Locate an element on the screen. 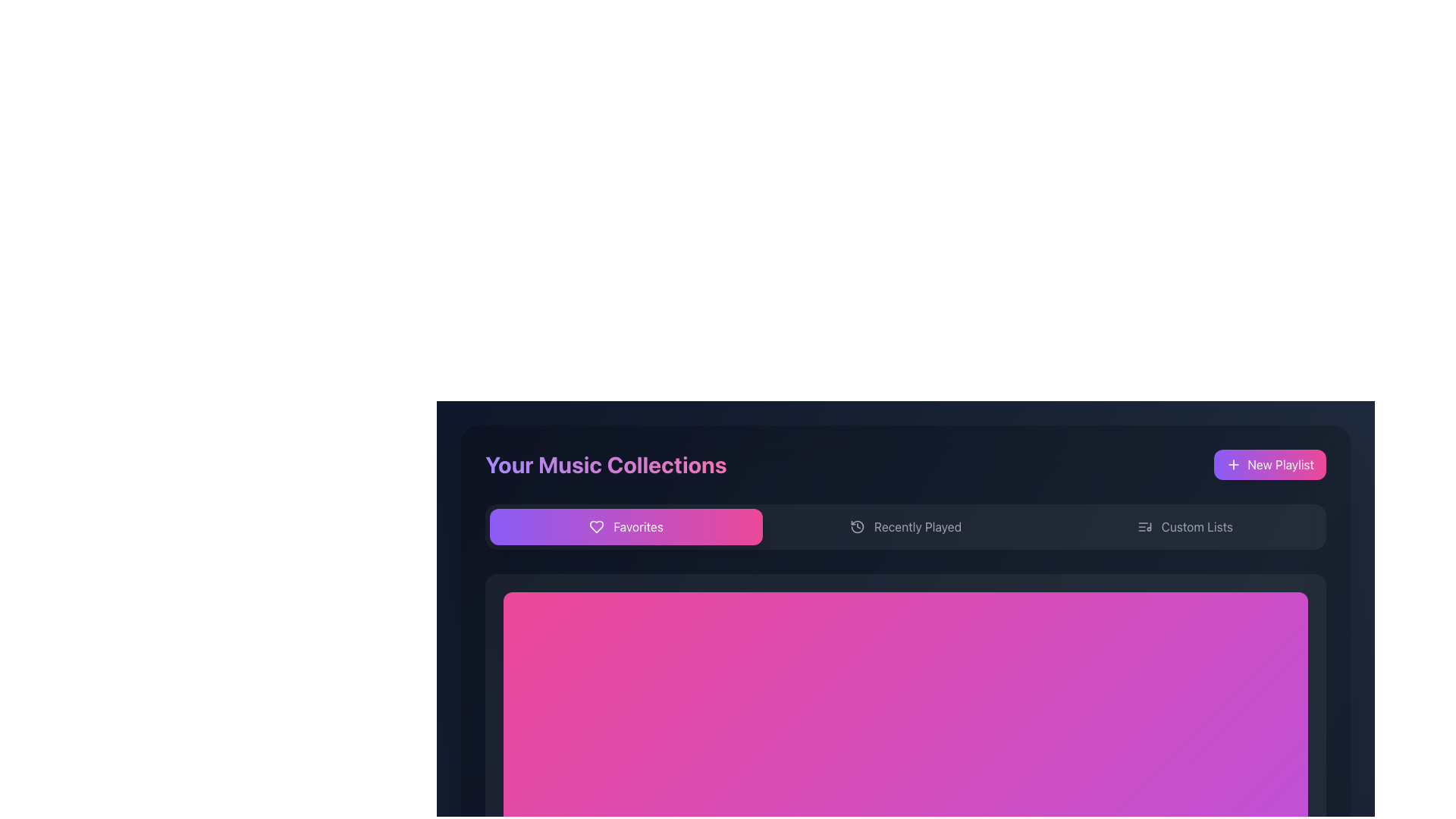 The width and height of the screenshot is (1456, 819). the favorite items button located at the leftmost side of the horizontal row beneath 'Your Music Collections' is located at coordinates (626, 526).